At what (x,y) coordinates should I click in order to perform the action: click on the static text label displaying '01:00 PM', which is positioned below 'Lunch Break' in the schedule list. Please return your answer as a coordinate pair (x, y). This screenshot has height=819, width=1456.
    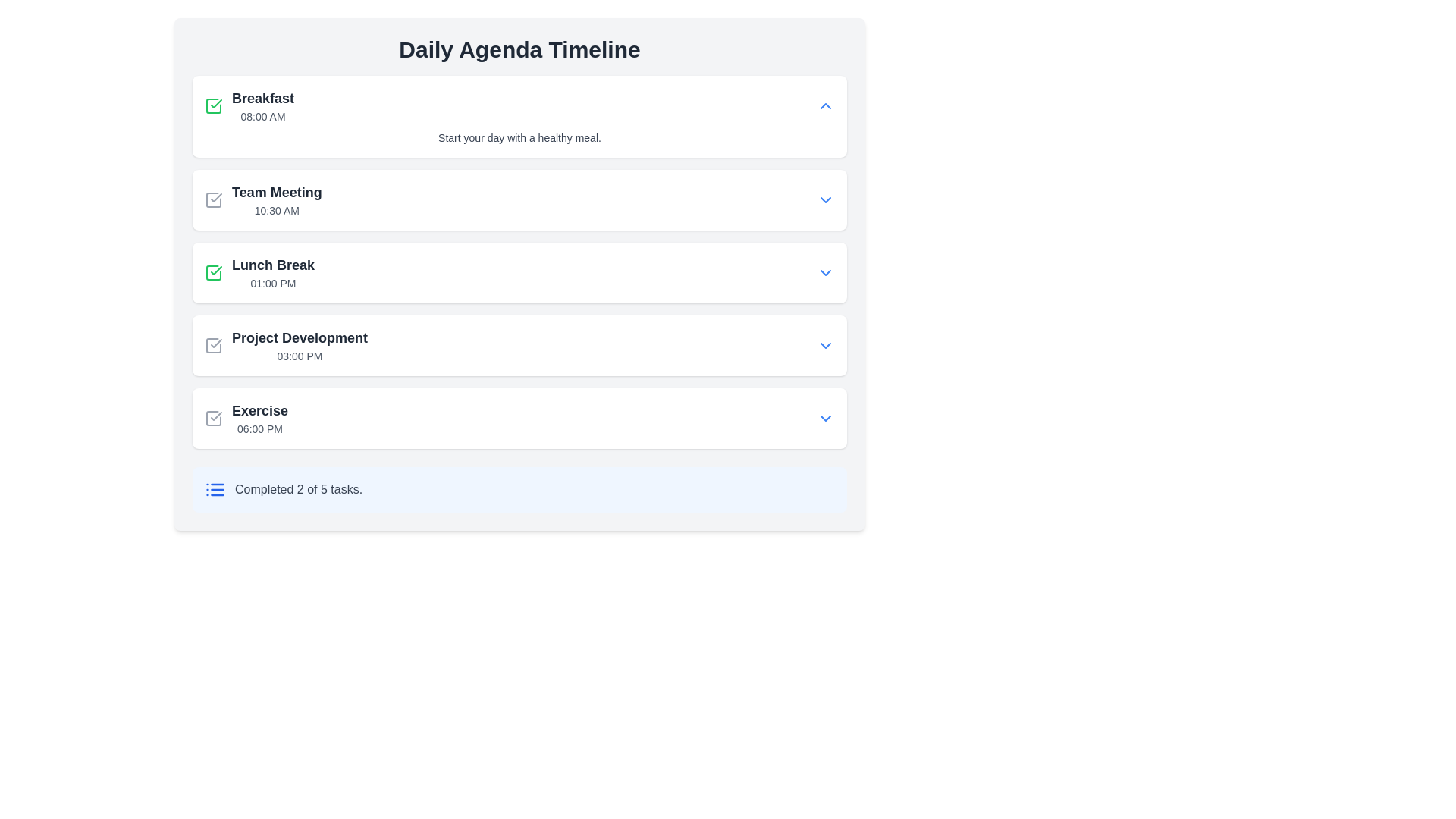
    Looking at the image, I should click on (273, 284).